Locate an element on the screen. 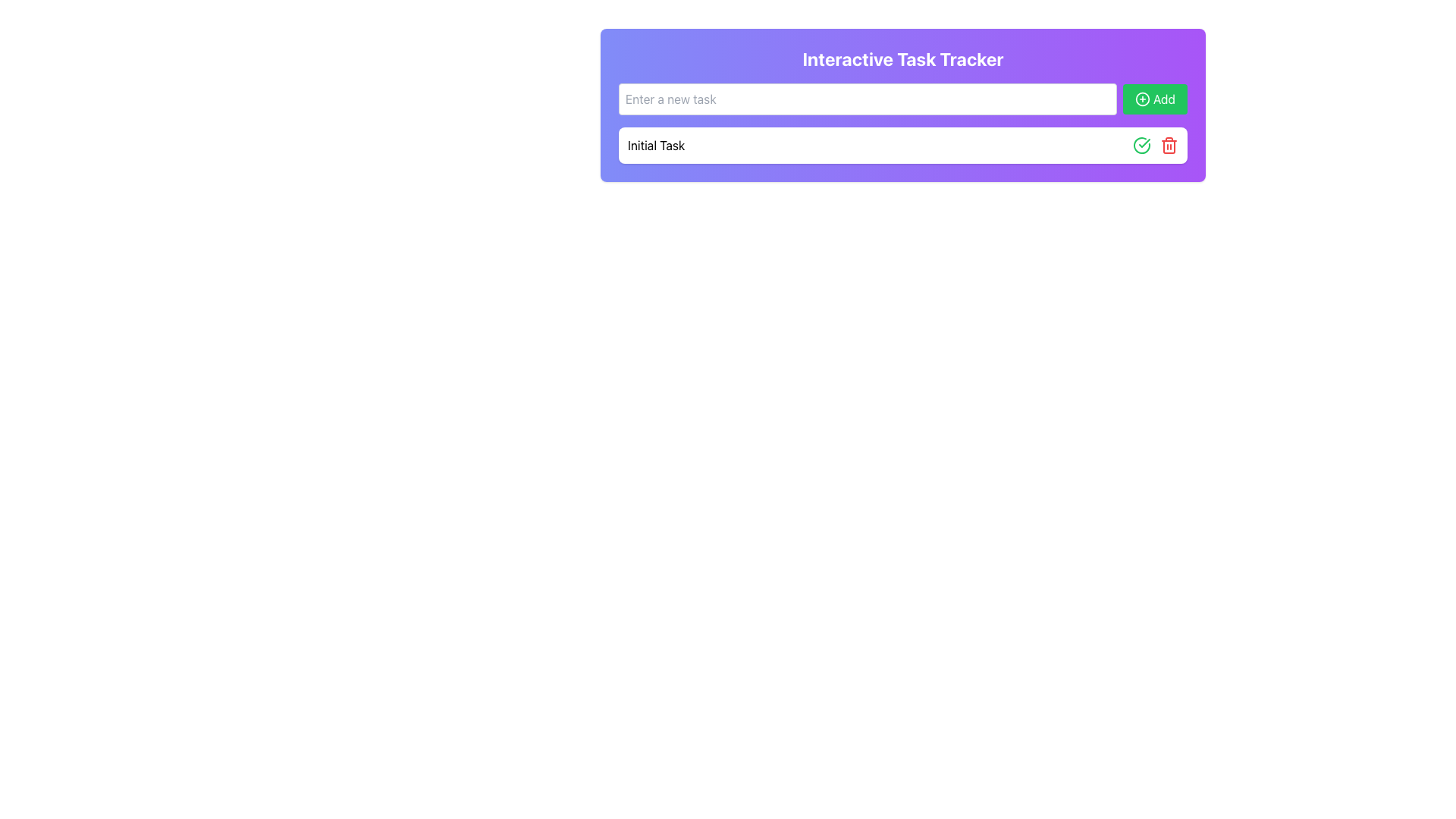 This screenshot has width=1456, height=819. the green circular button with a checkmark inside, located in the top-right corner of the 'Initial Task' row, to mark the task as complete is located at coordinates (1142, 146).